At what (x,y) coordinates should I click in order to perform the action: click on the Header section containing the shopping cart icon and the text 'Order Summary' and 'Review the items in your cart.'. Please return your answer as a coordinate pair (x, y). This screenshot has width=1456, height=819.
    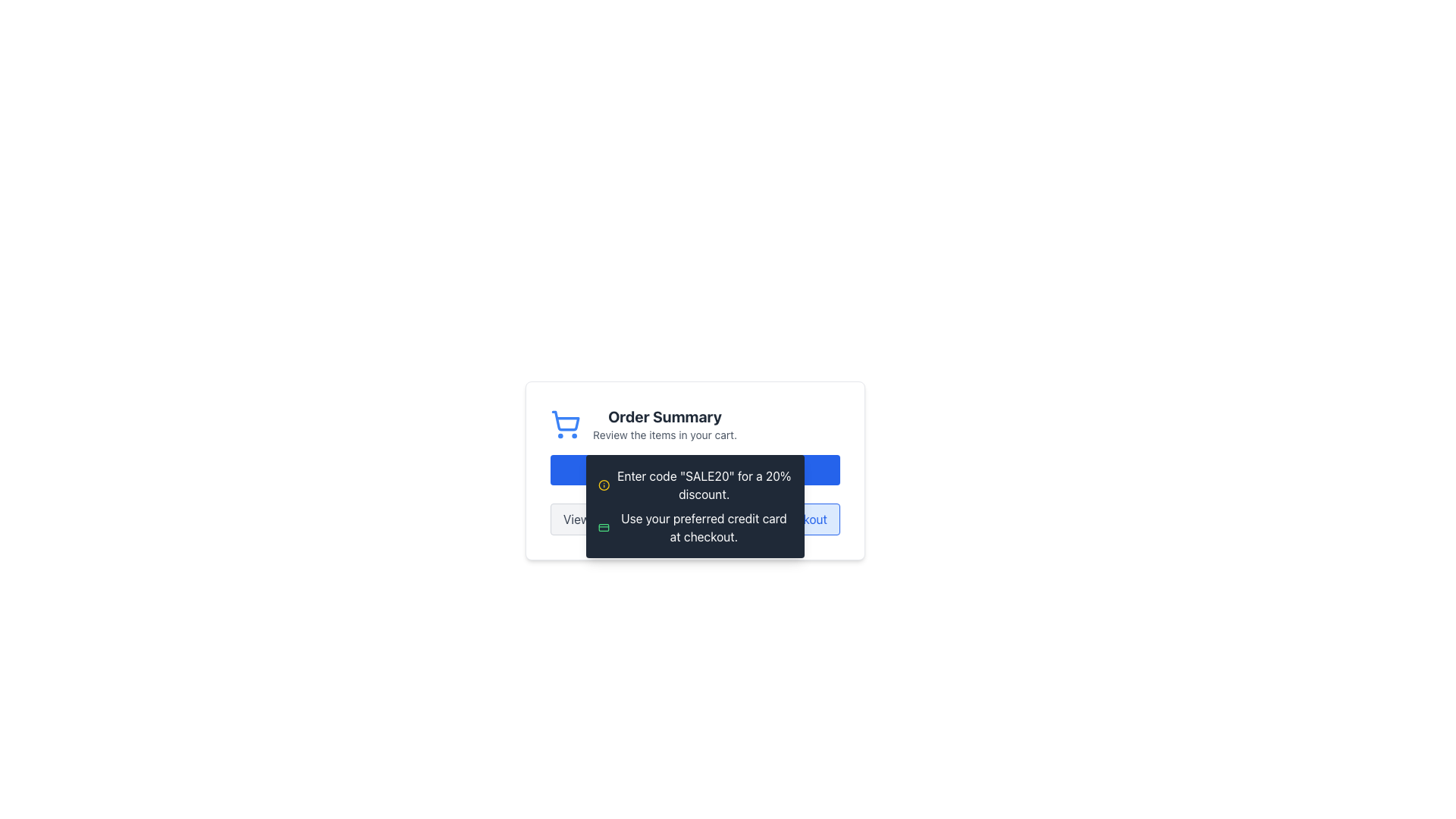
    Looking at the image, I should click on (694, 424).